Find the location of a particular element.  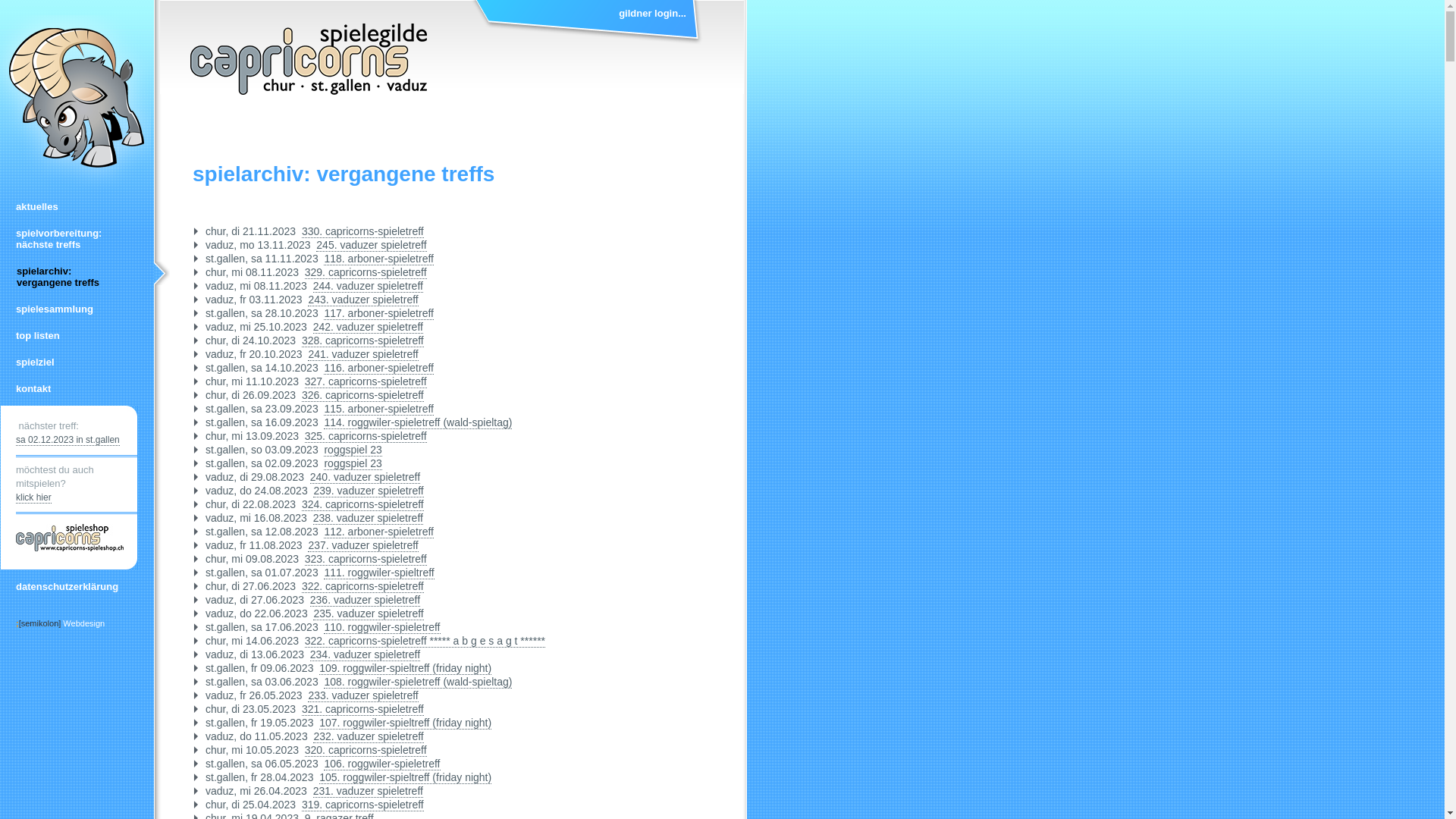

'245. vaduzer spieletreff' is located at coordinates (371, 244).